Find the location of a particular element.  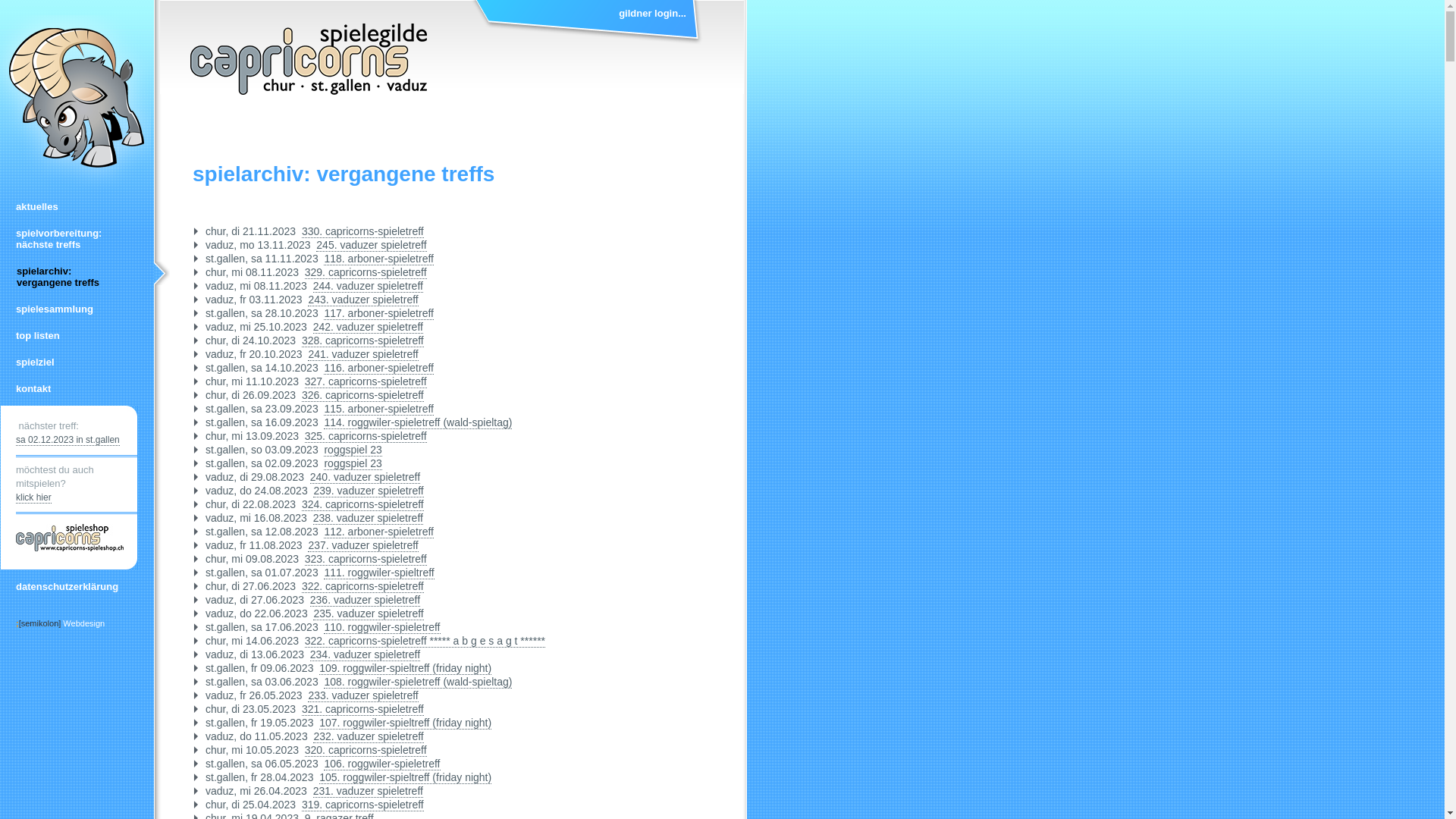

'245. vaduzer spieletreff' is located at coordinates (371, 244).